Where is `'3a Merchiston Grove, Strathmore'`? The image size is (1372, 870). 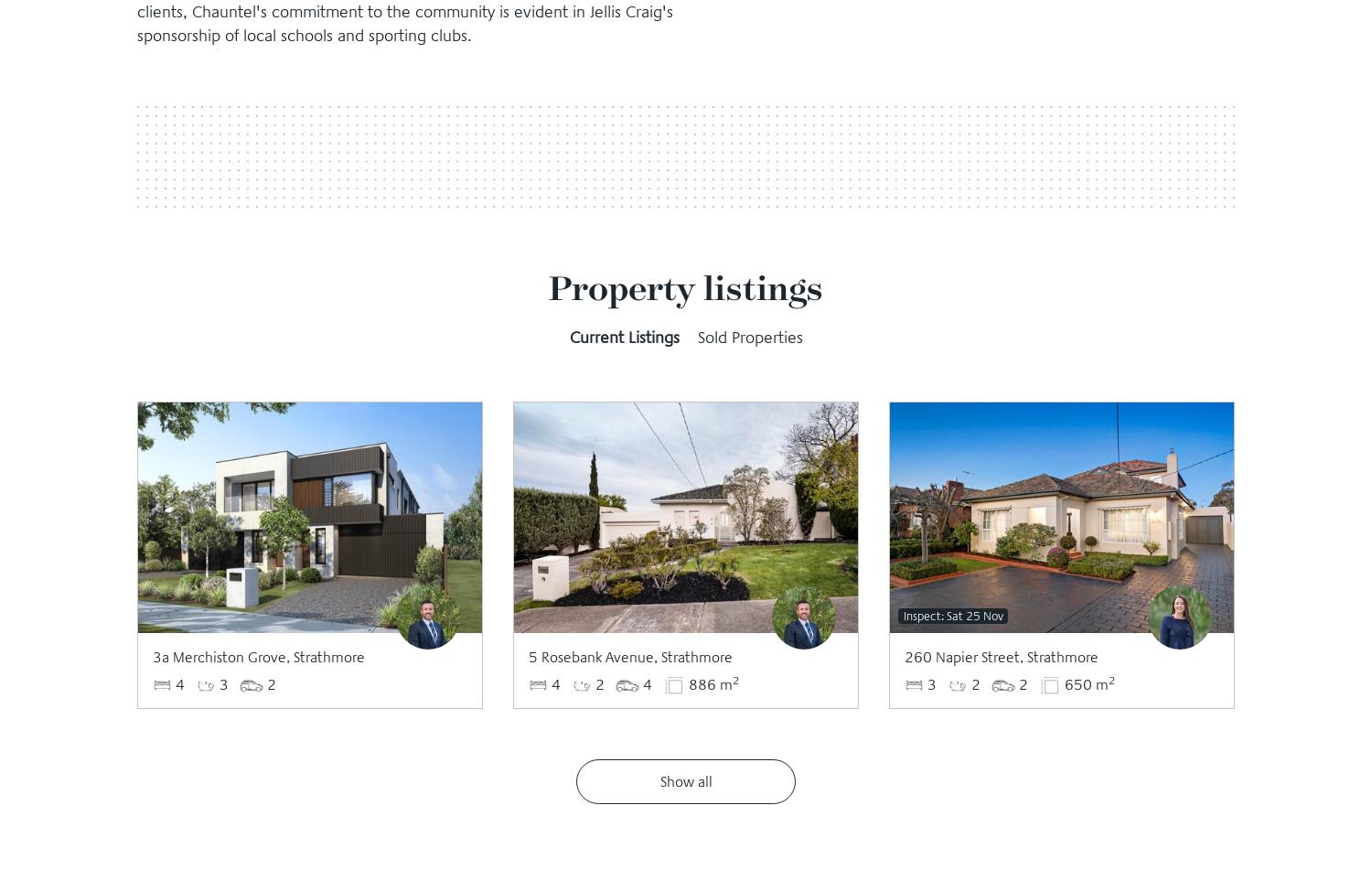 '3a Merchiston Grove, Strathmore' is located at coordinates (259, 655).